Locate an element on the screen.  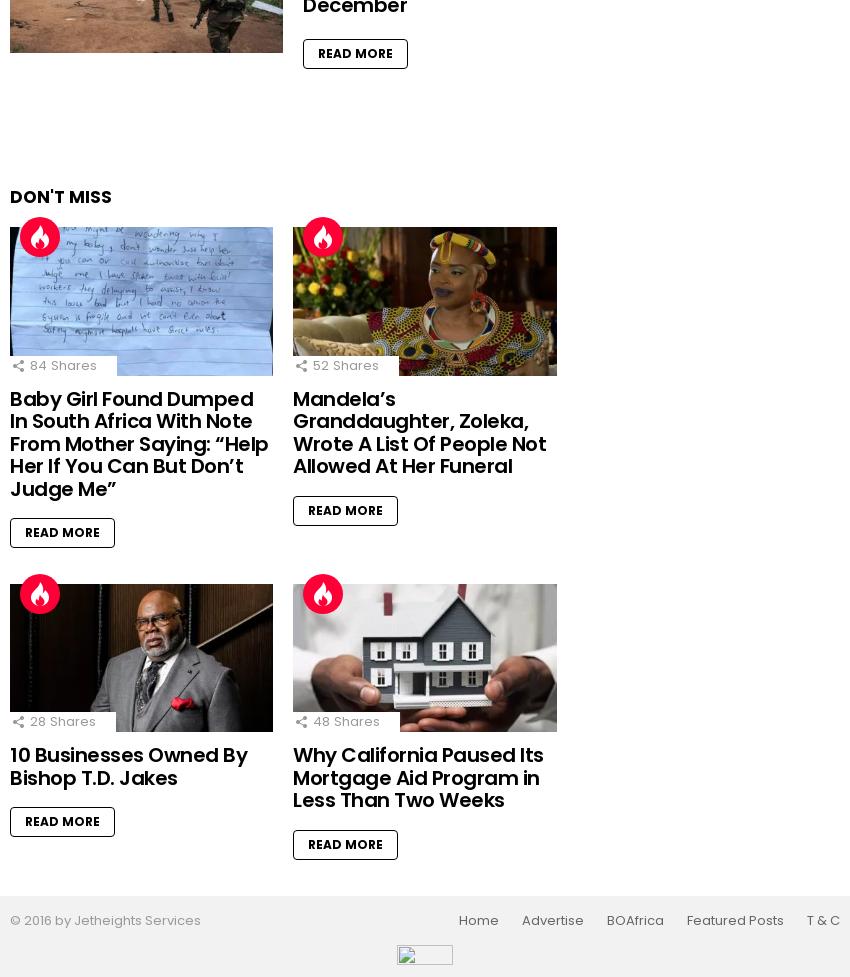
'Why California Paused Its Mortgage Aid Program in Less Than Two Weeks' is located at coordinates (418, 777).